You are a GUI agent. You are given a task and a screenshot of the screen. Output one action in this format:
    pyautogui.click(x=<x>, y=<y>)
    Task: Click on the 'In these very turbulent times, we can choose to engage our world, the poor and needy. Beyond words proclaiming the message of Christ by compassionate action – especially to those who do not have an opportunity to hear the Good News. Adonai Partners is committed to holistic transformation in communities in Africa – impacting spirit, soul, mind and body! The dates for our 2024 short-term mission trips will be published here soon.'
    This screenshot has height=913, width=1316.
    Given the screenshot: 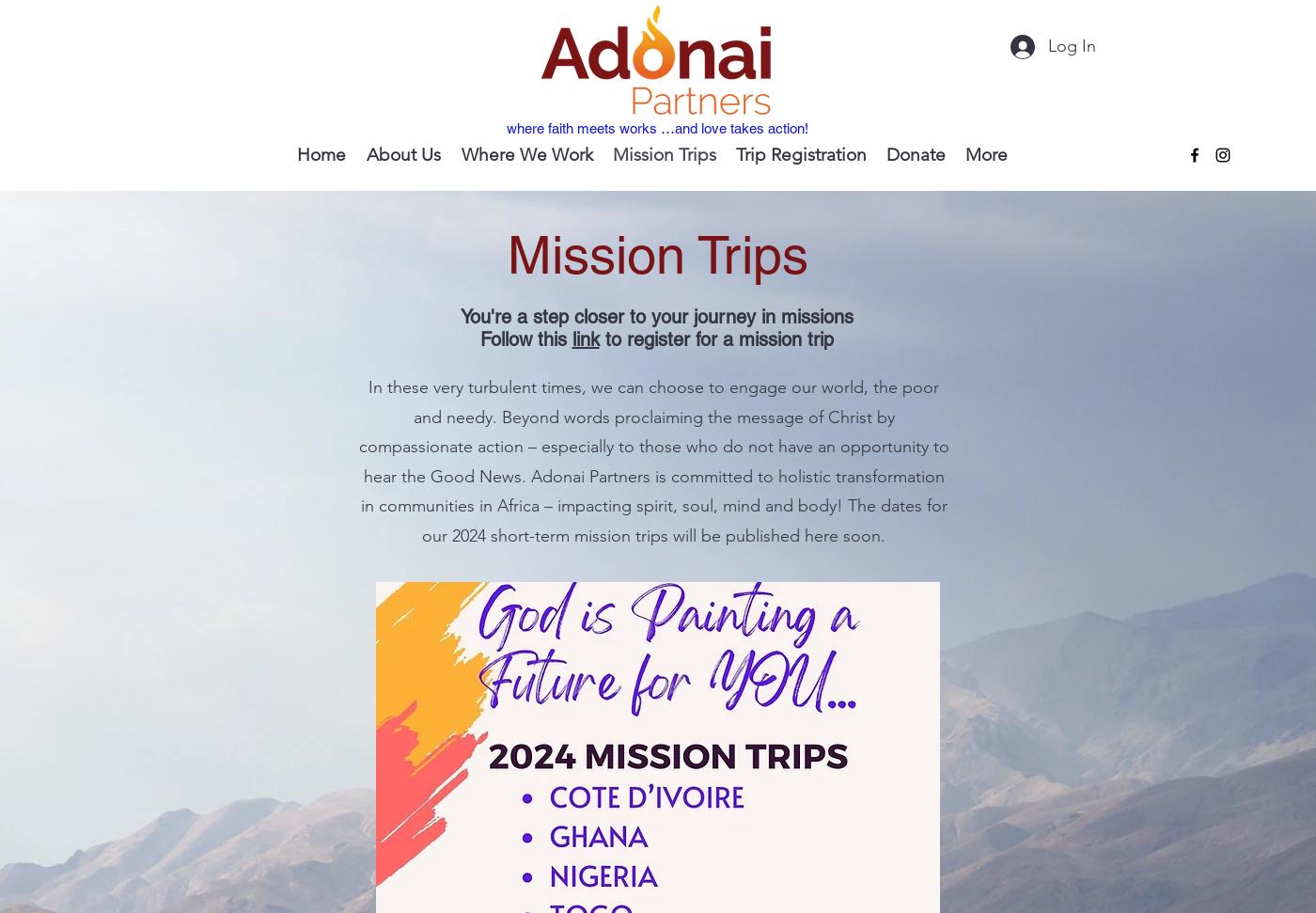 What is the action you would take?
    pyautogui.click(x=652, y=460)
    